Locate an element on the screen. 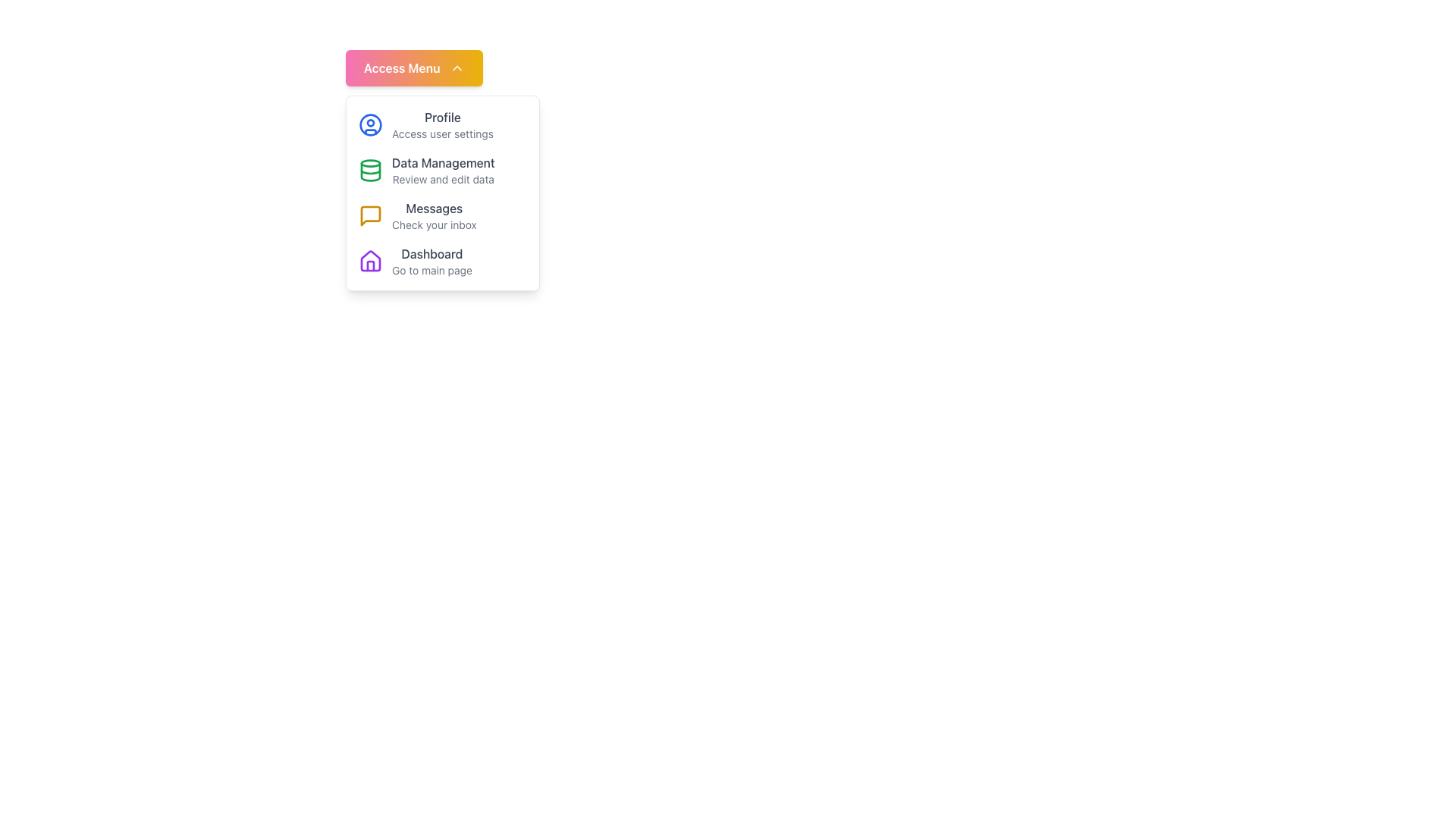 This screenshot has width=1456, height=819. the 'Data Management' text label located in the dropdown menu under the 'Access Menu' button, which is styled with bold text and includes a smaller gray font description below it is located at coordinates (442, 170).